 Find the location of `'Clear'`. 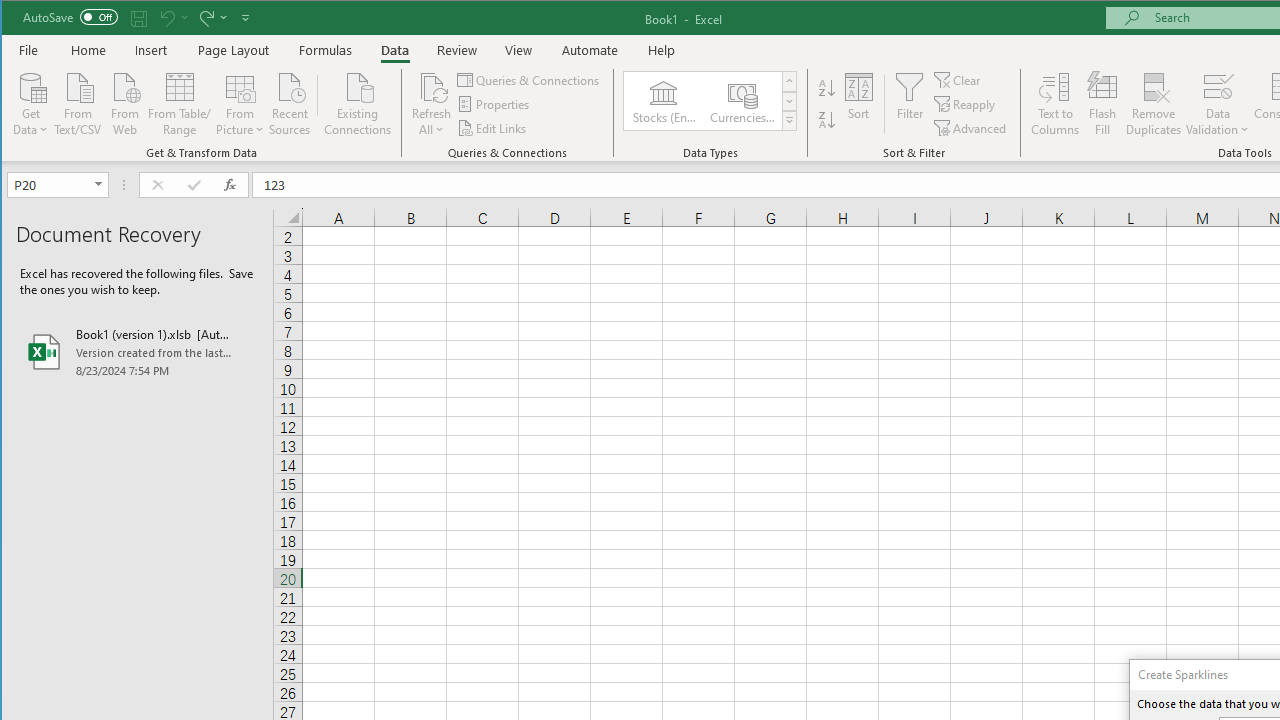

'Clear' is located at coordinates (957, 79).